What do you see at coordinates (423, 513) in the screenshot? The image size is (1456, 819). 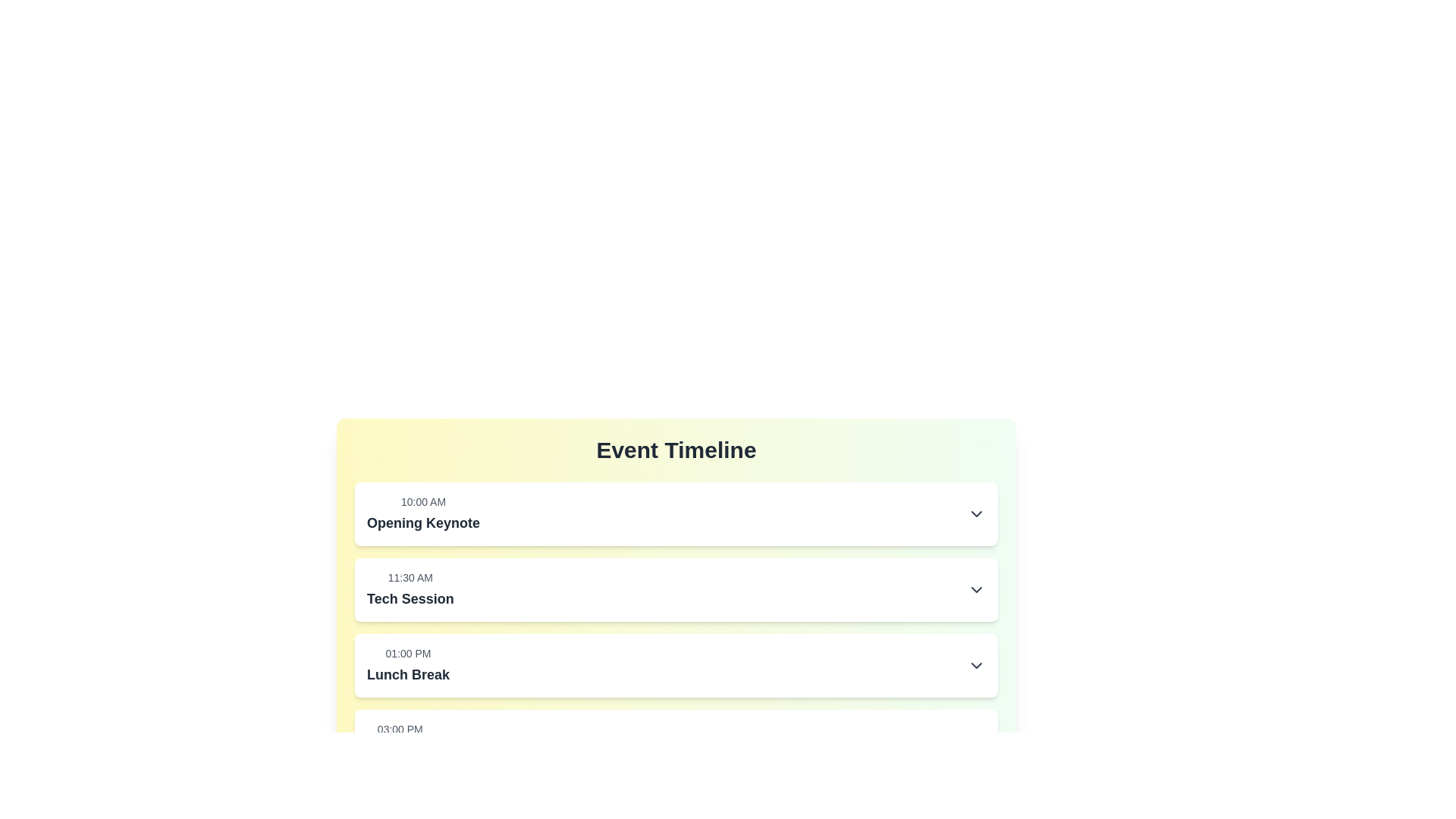 I see `text content of the Label displaying the time and title of the first event in the Event Timeline, located at the top-left corner of the list` at bounding box center [423, 513].